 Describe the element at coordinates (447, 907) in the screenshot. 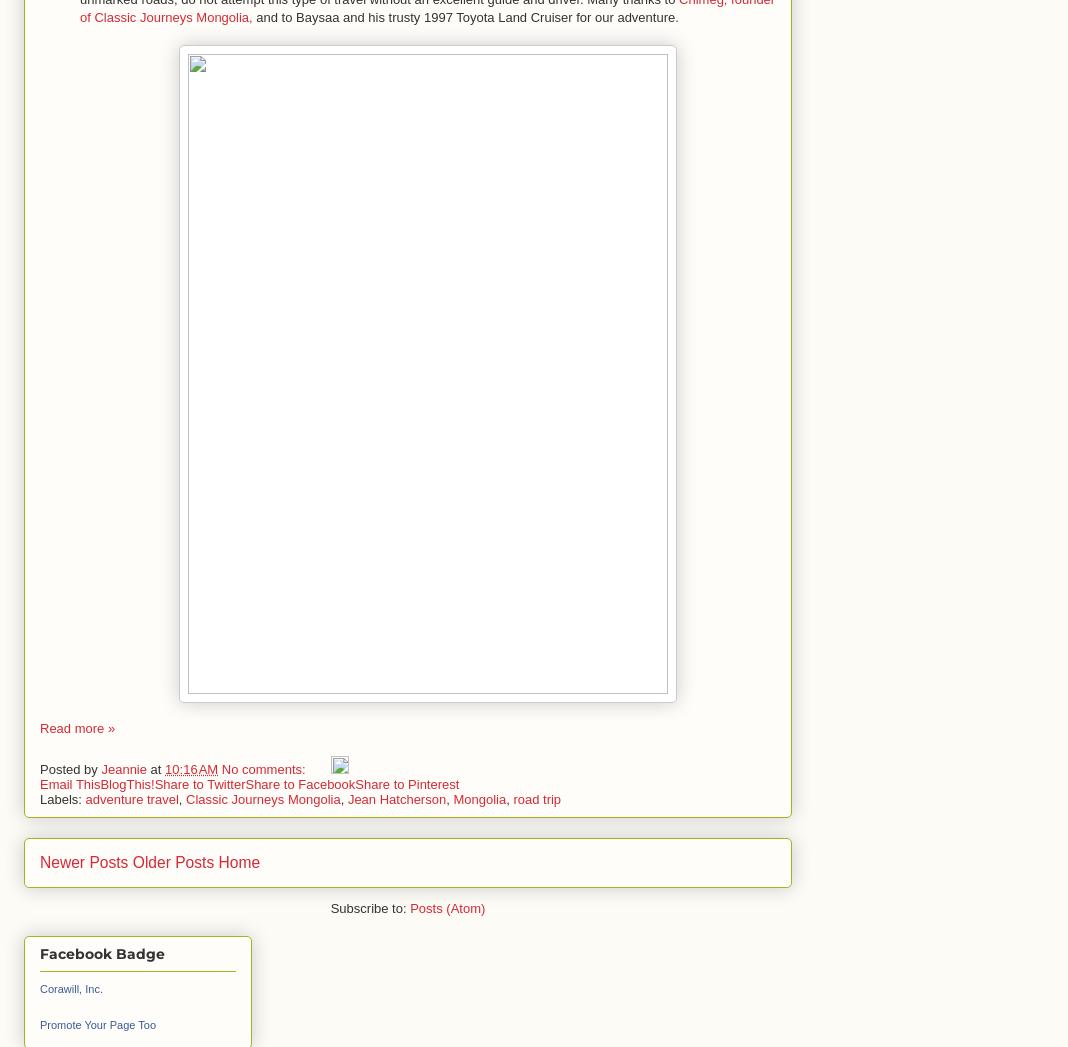

I see `'Posts (Atom)'` at that location.